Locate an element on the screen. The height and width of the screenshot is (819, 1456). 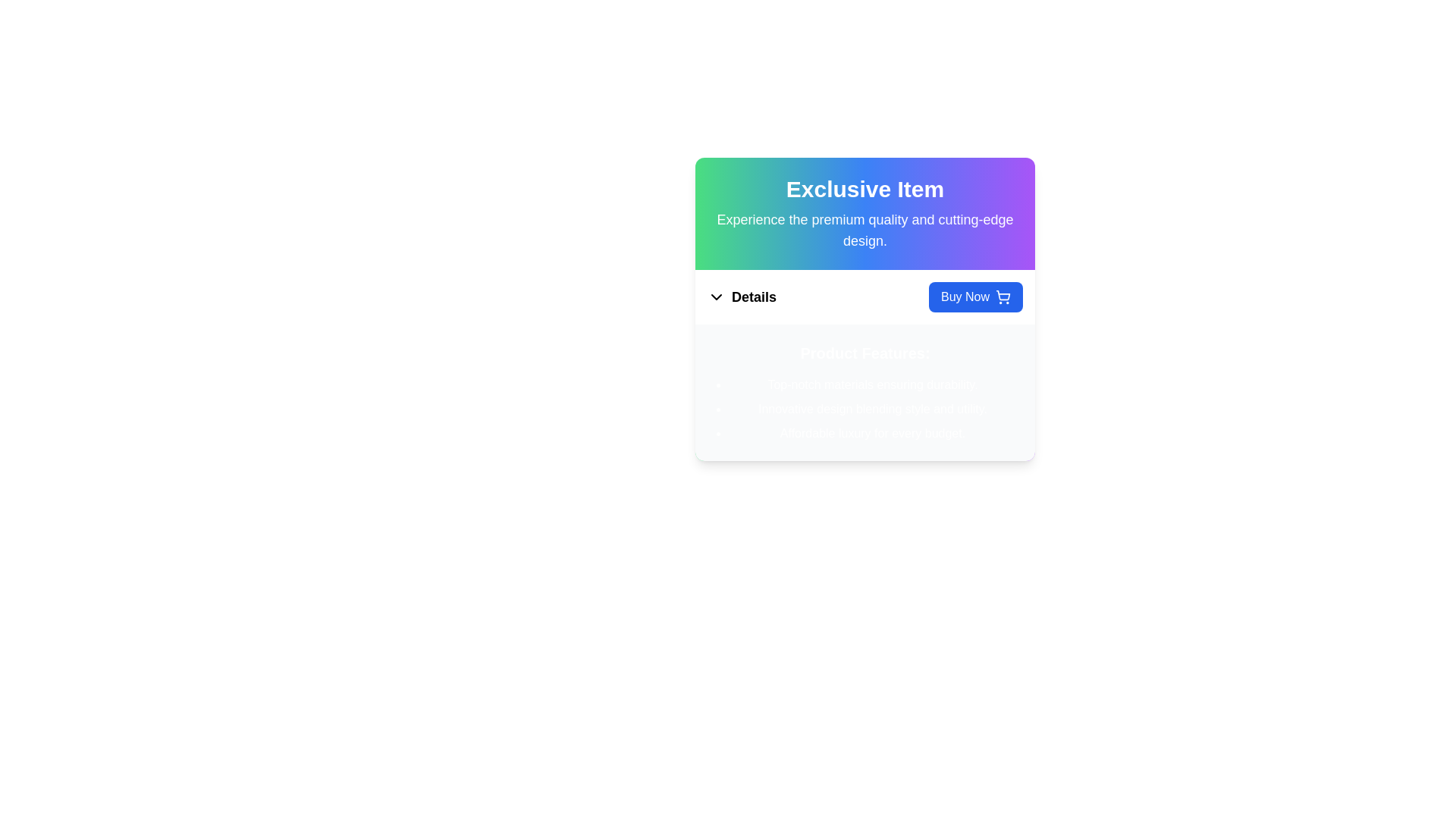
or tab onto the shopping cart icon located to the right of the 'Buy Now' button is located at coordinates (1003, 297).